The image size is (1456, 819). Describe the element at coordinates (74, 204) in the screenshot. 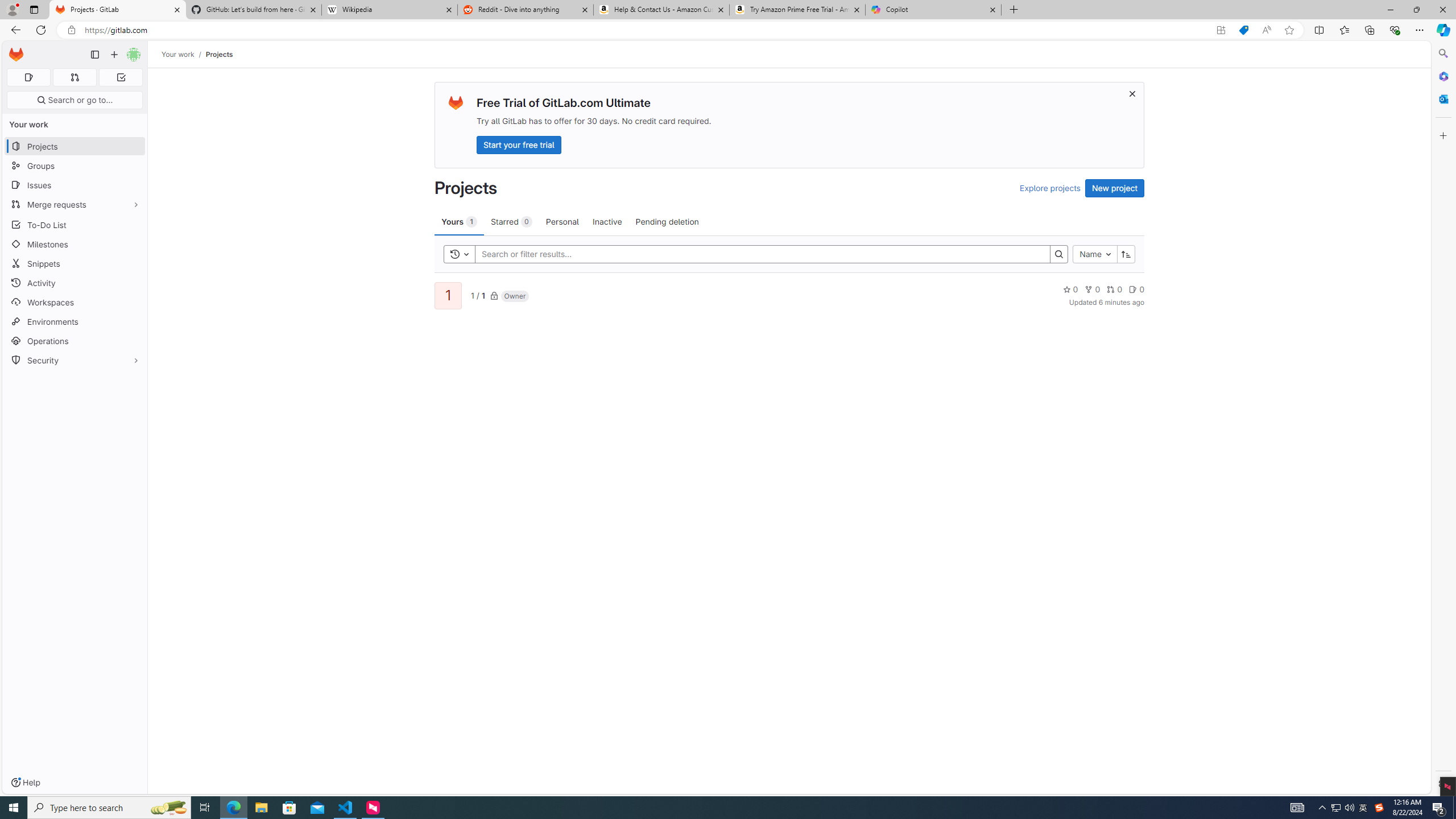

I see `'Merge requests'` at that location.